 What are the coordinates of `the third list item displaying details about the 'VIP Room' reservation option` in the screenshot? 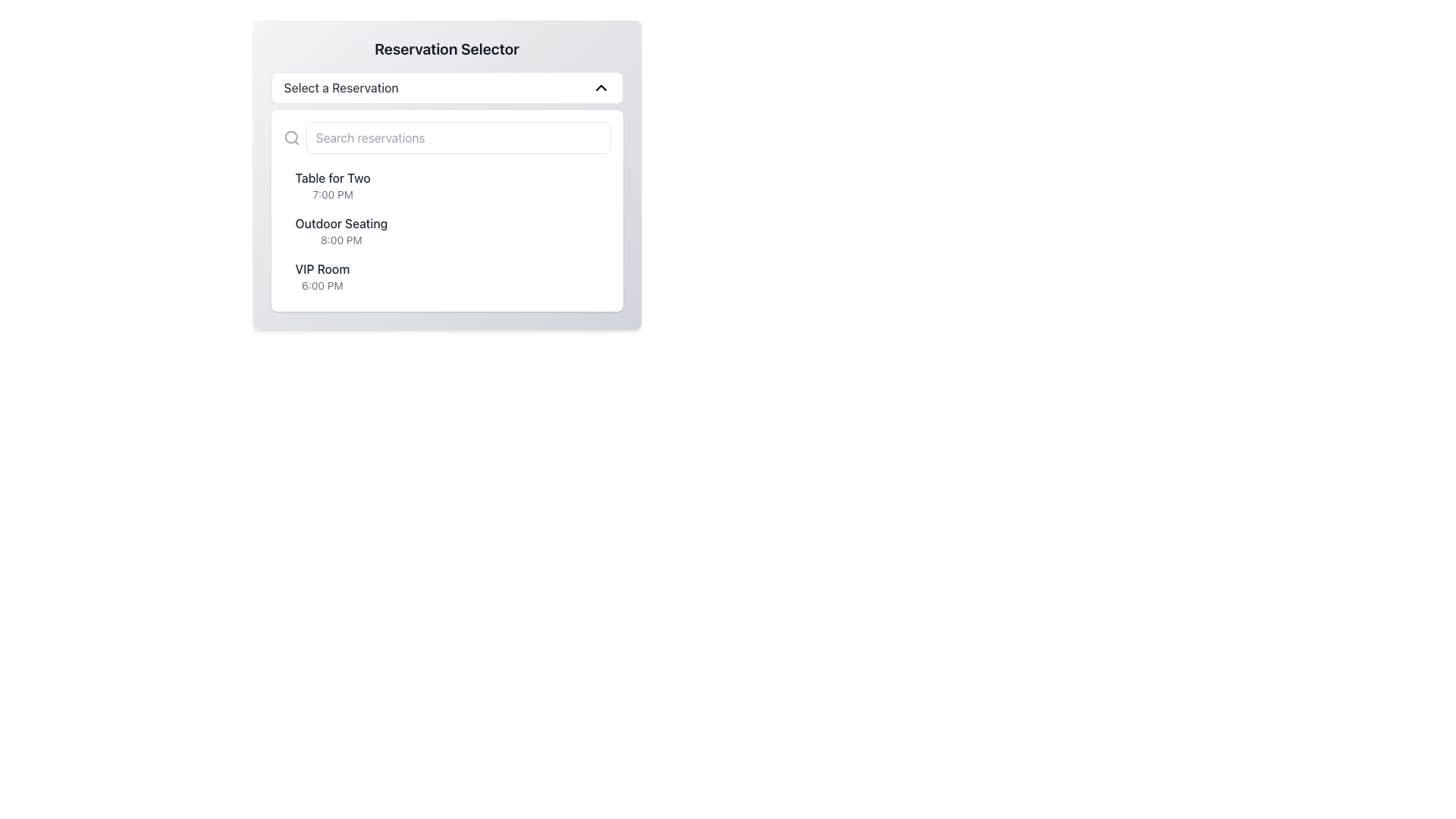 It's located at (322, 277).